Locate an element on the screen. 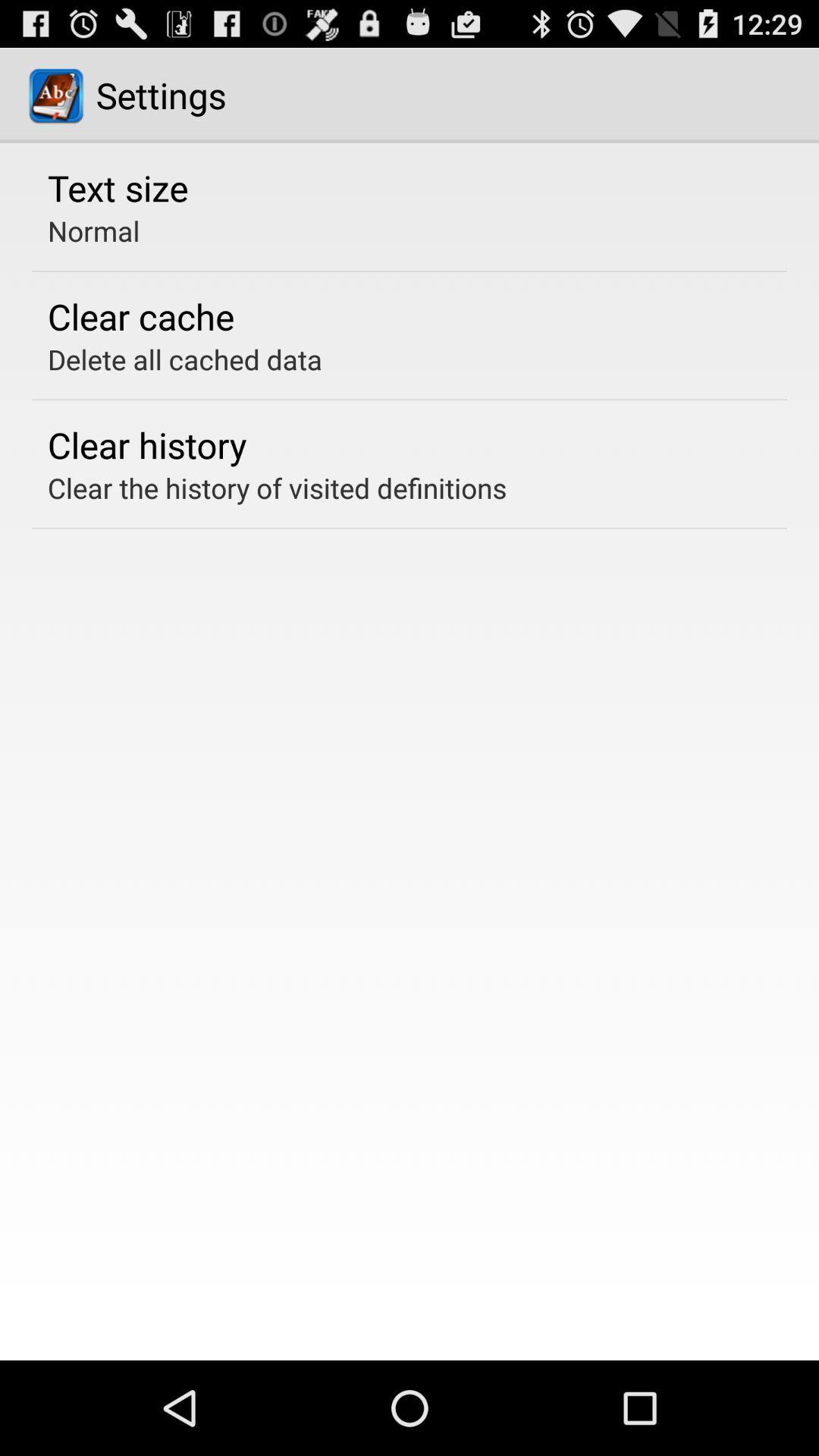 The image size is (819, 1456). icon above the clear cache icon is located at coordinates (93, 230).